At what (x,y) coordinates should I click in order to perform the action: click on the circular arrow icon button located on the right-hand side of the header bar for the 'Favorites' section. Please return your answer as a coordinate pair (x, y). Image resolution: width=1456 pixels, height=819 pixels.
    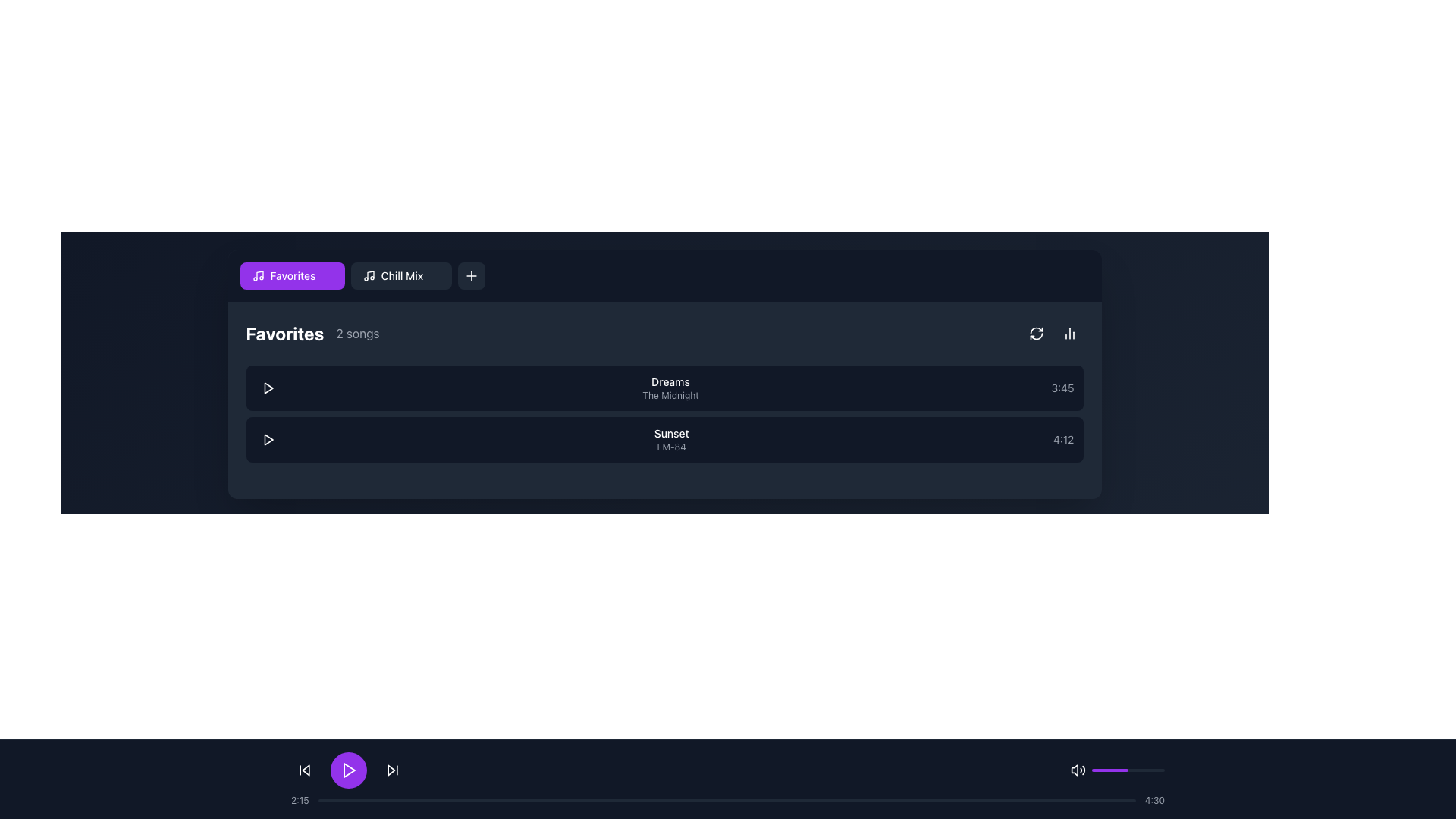
    Looking at the image, I should click on (1035, 332).